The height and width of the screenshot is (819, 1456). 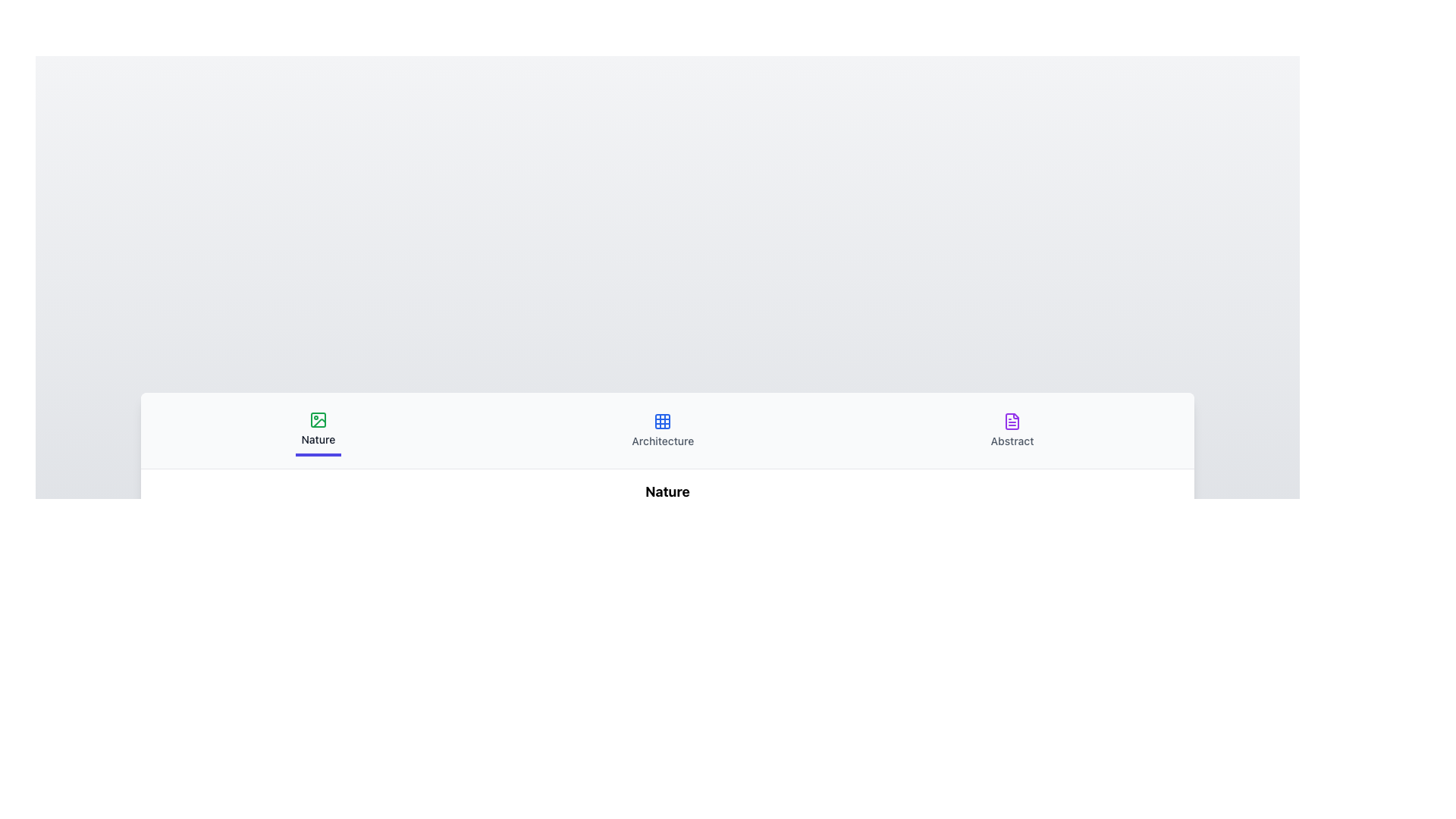 I want to click on the green icon resembling an image with a mountain and sun, located above the 'Nature' text label, so click(x=317, y=419).